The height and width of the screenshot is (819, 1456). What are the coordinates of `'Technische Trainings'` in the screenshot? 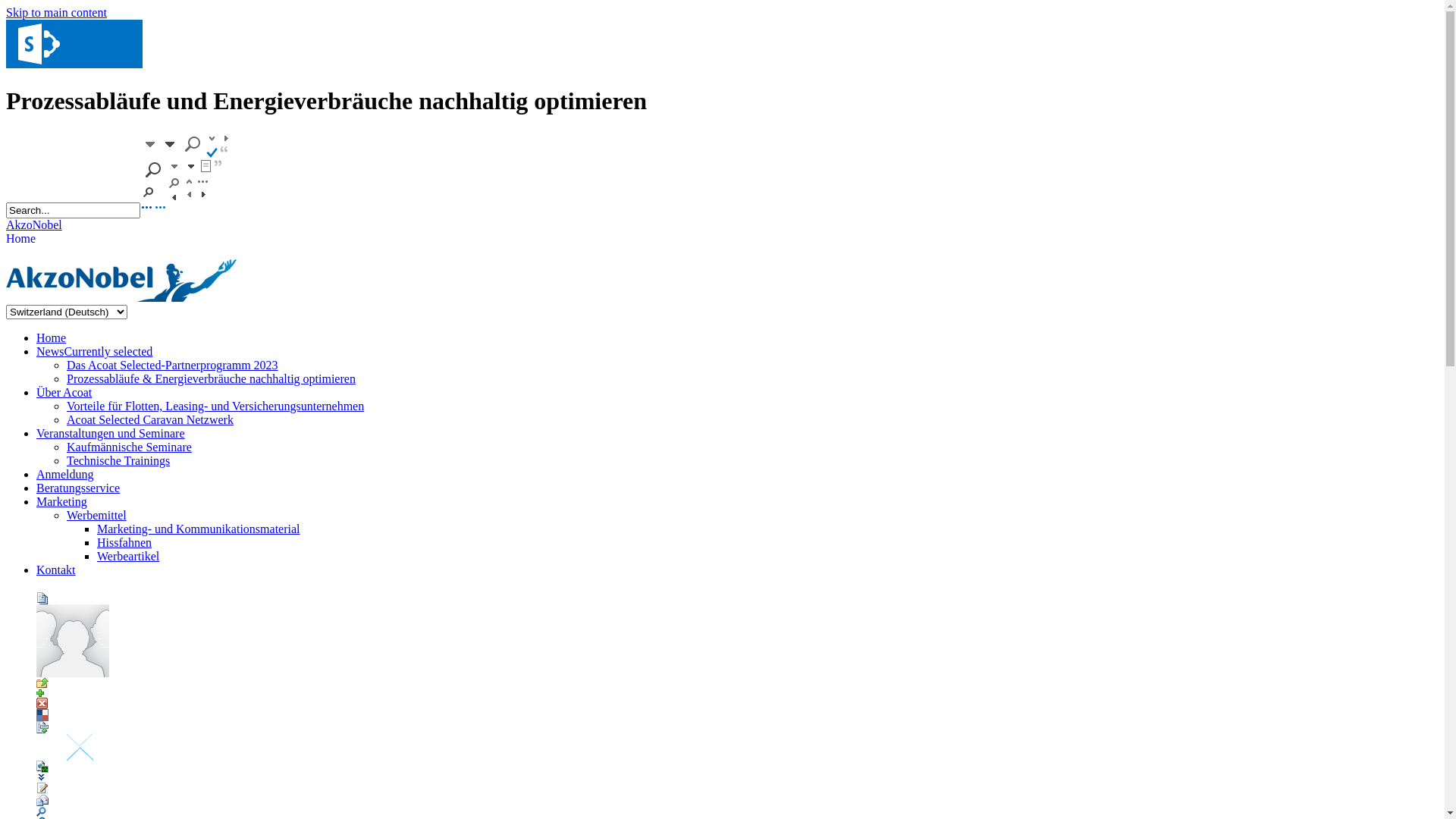 It's located at (118, 460).